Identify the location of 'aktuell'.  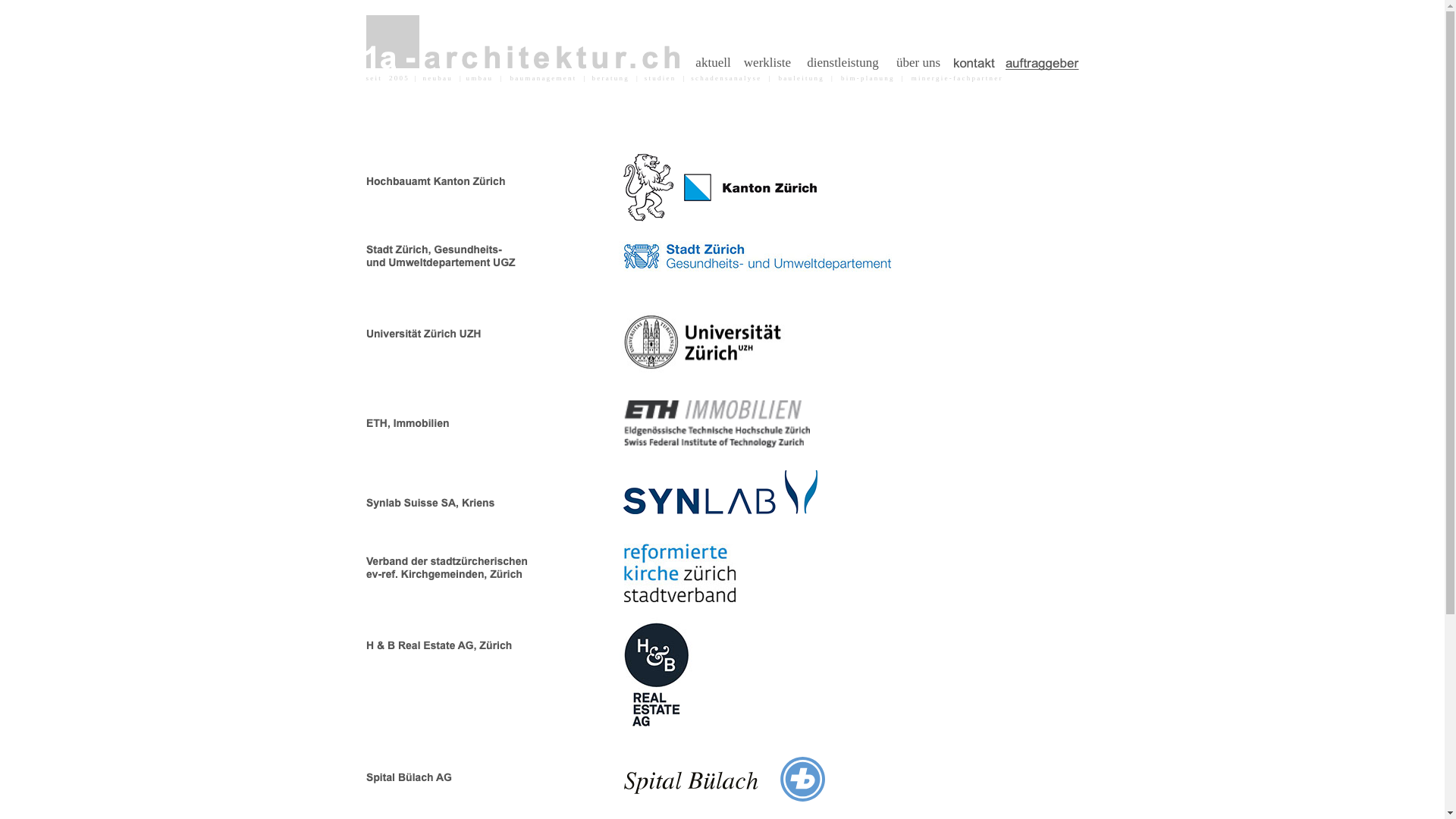
(689, 62).